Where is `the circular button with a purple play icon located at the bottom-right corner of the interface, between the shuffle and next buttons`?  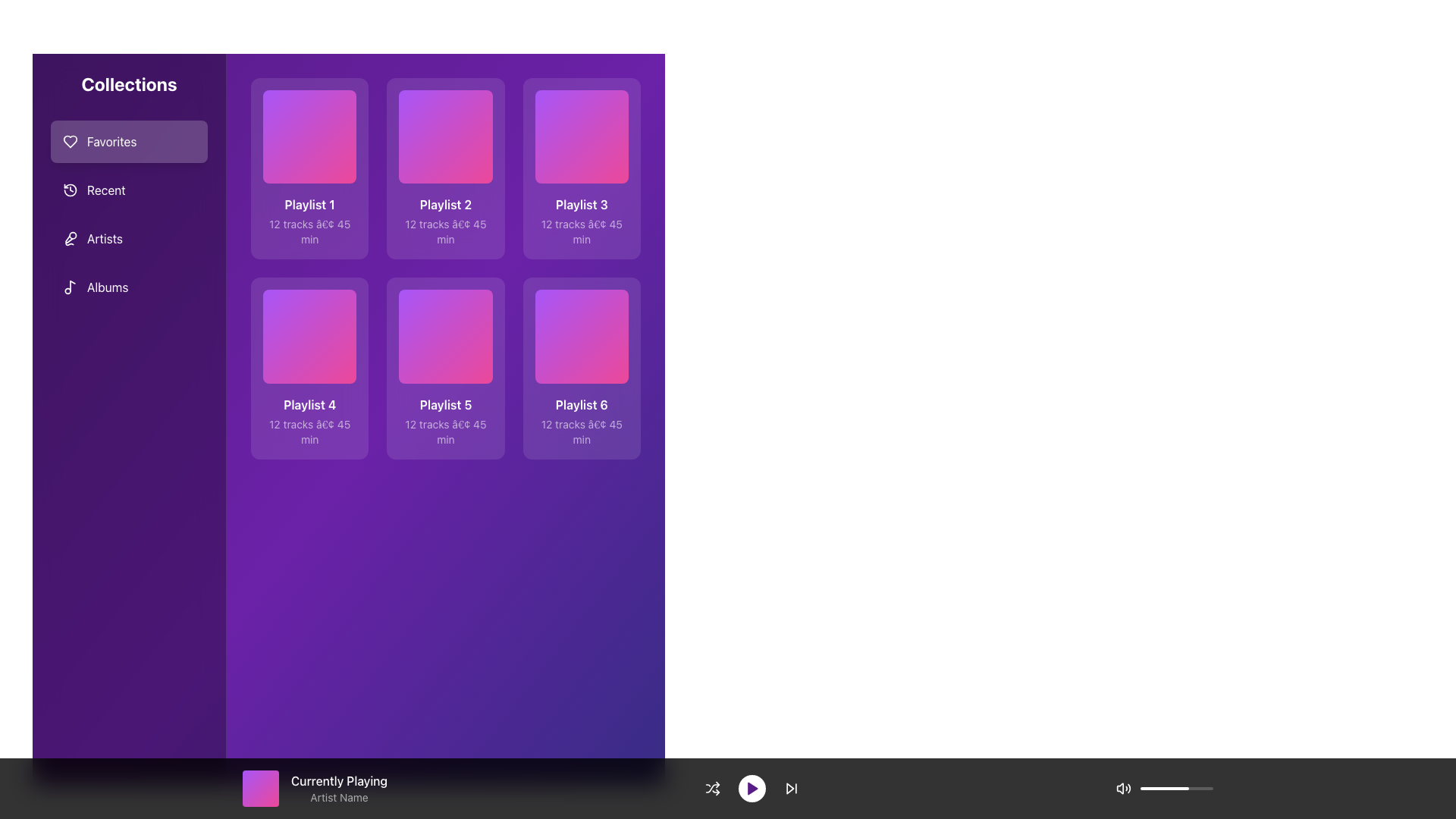
the circular button with a purple play icon located at the bottom-right corner of the interface, between the shuffle and next buttons is located at coordinates (752, 788).